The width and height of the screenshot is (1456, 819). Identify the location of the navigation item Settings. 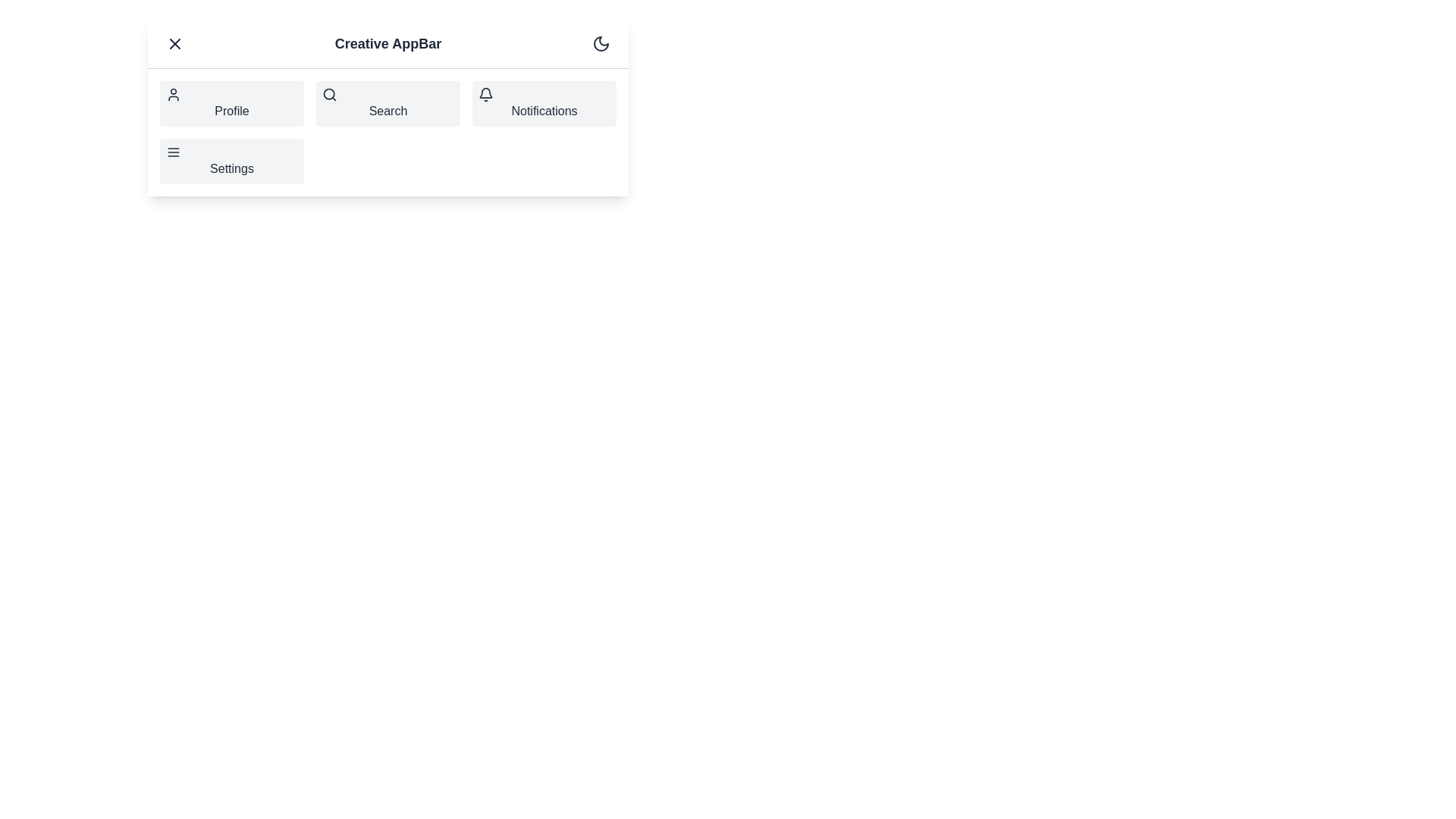
(231, 161).